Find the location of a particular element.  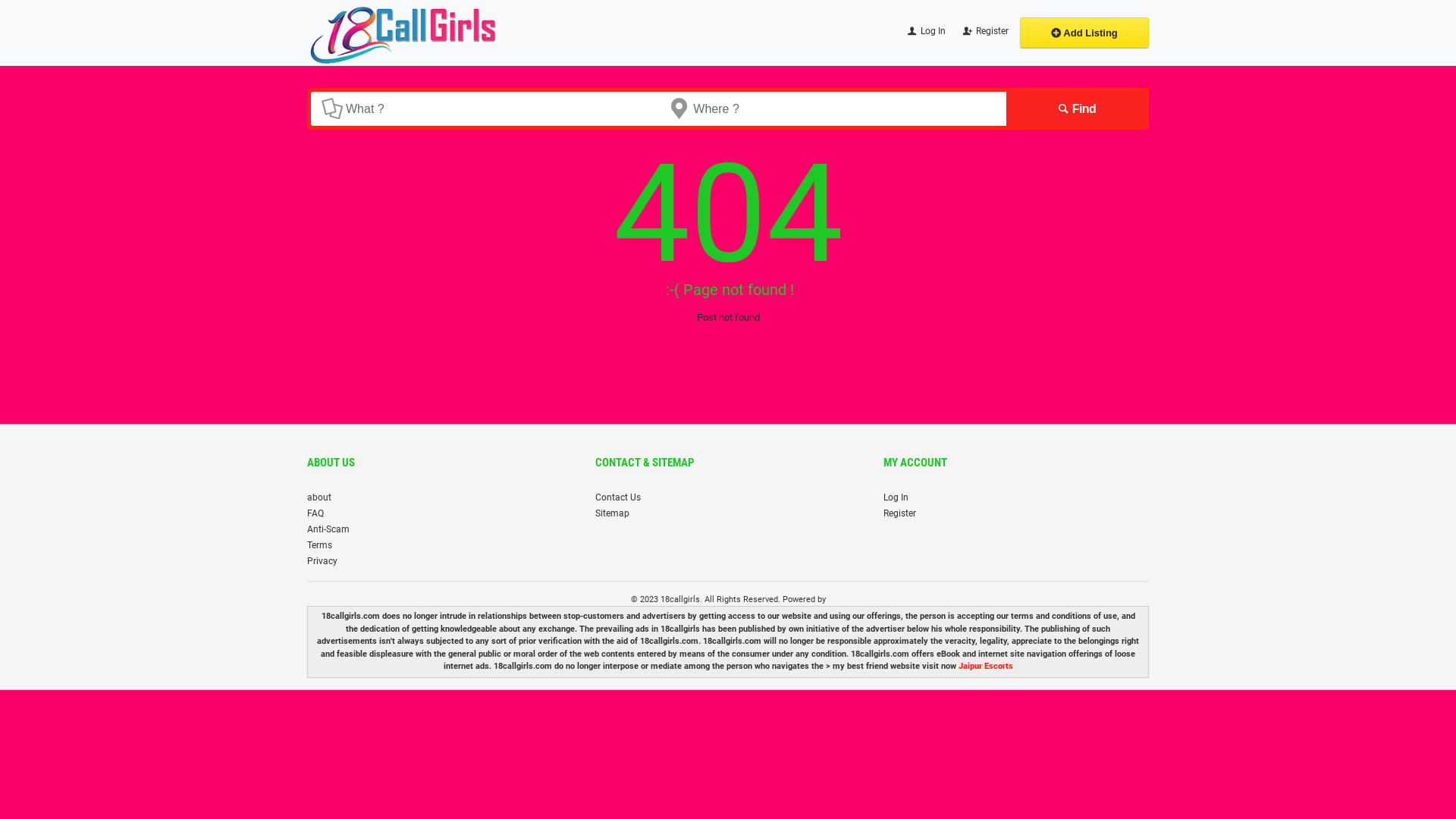

'Add Listing' is located at coordinates (1084, 32).